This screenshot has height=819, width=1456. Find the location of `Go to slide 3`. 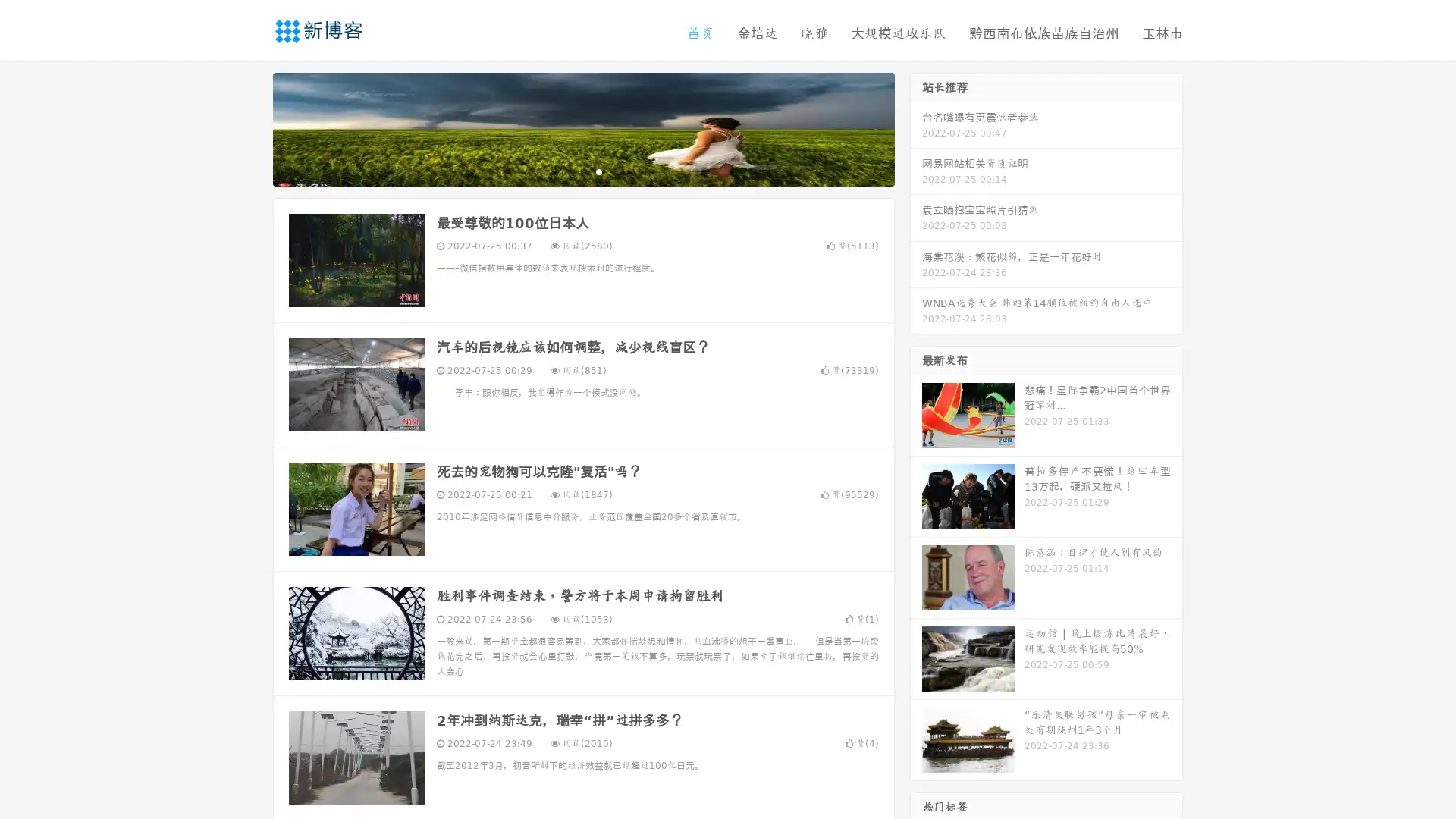

Go to slide 3 is located at coordinates (598, 171).